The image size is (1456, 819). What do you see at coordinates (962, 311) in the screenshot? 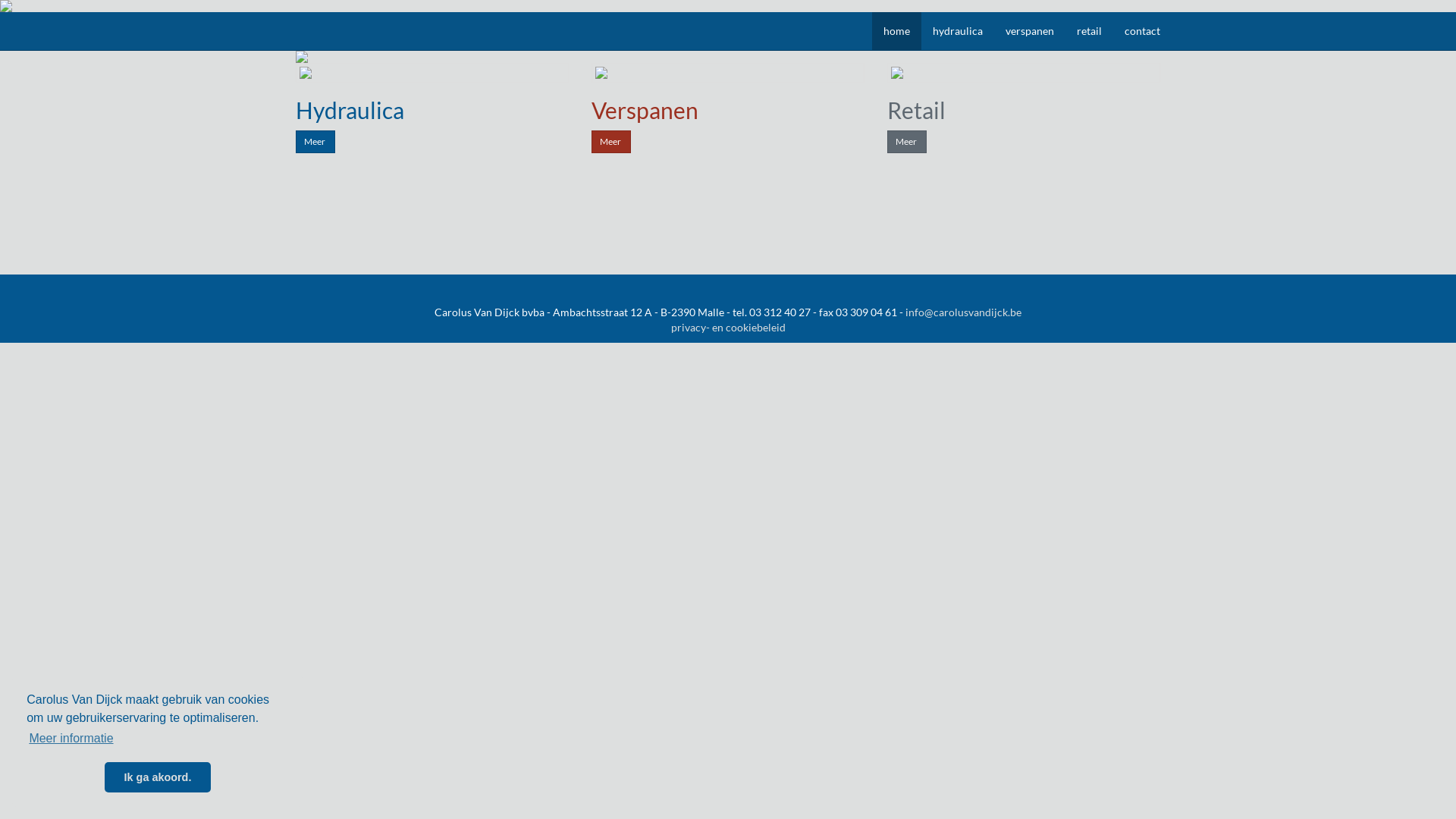
I see `'info@carolusvandijck.be'` at bounding box center [962, 311].